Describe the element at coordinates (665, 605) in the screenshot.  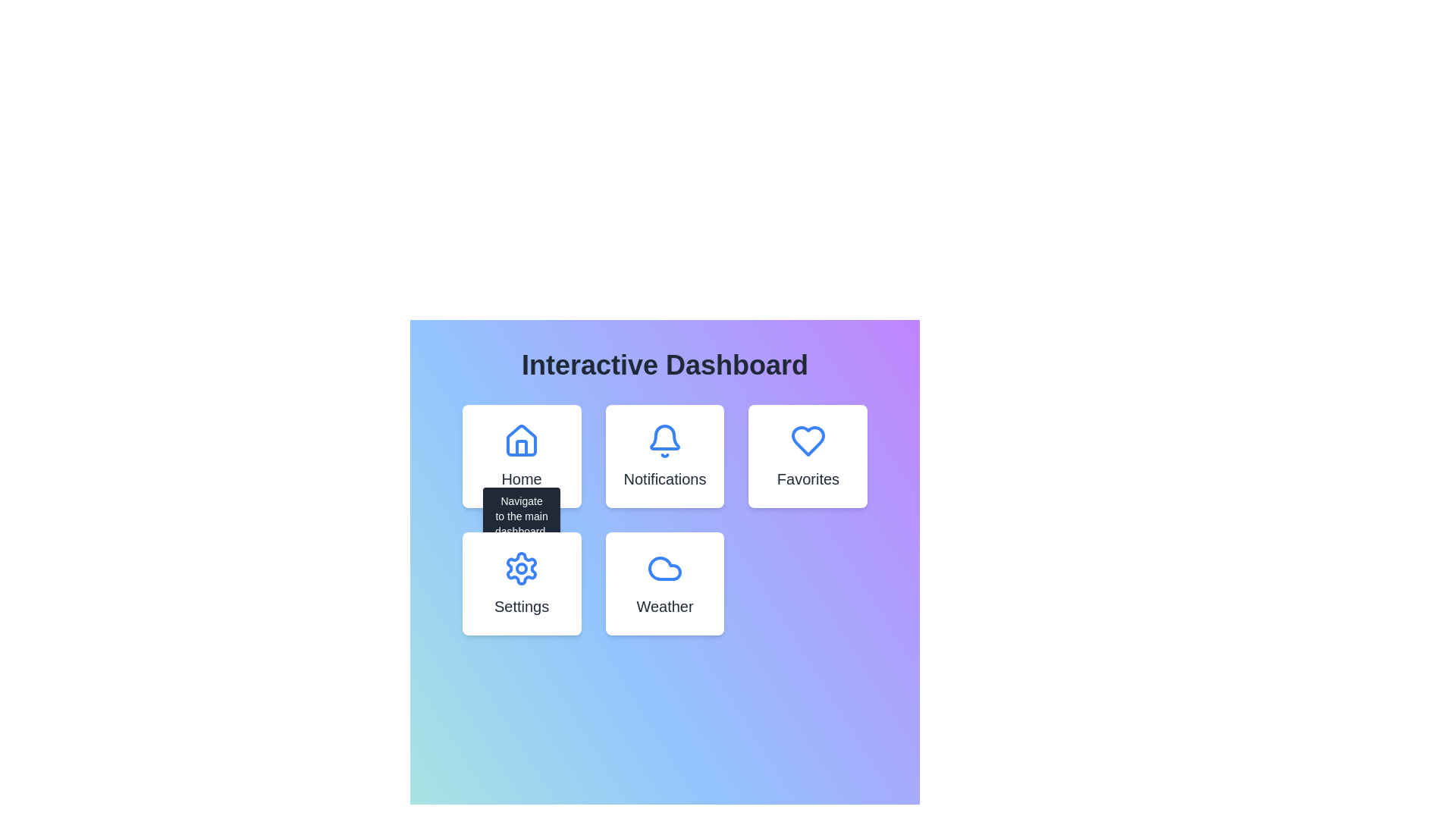
I see `text label 'Weather' which is styled in a larger, bold, and centered font located beneath the cloud icon in the bottom part of the card component` at that location.